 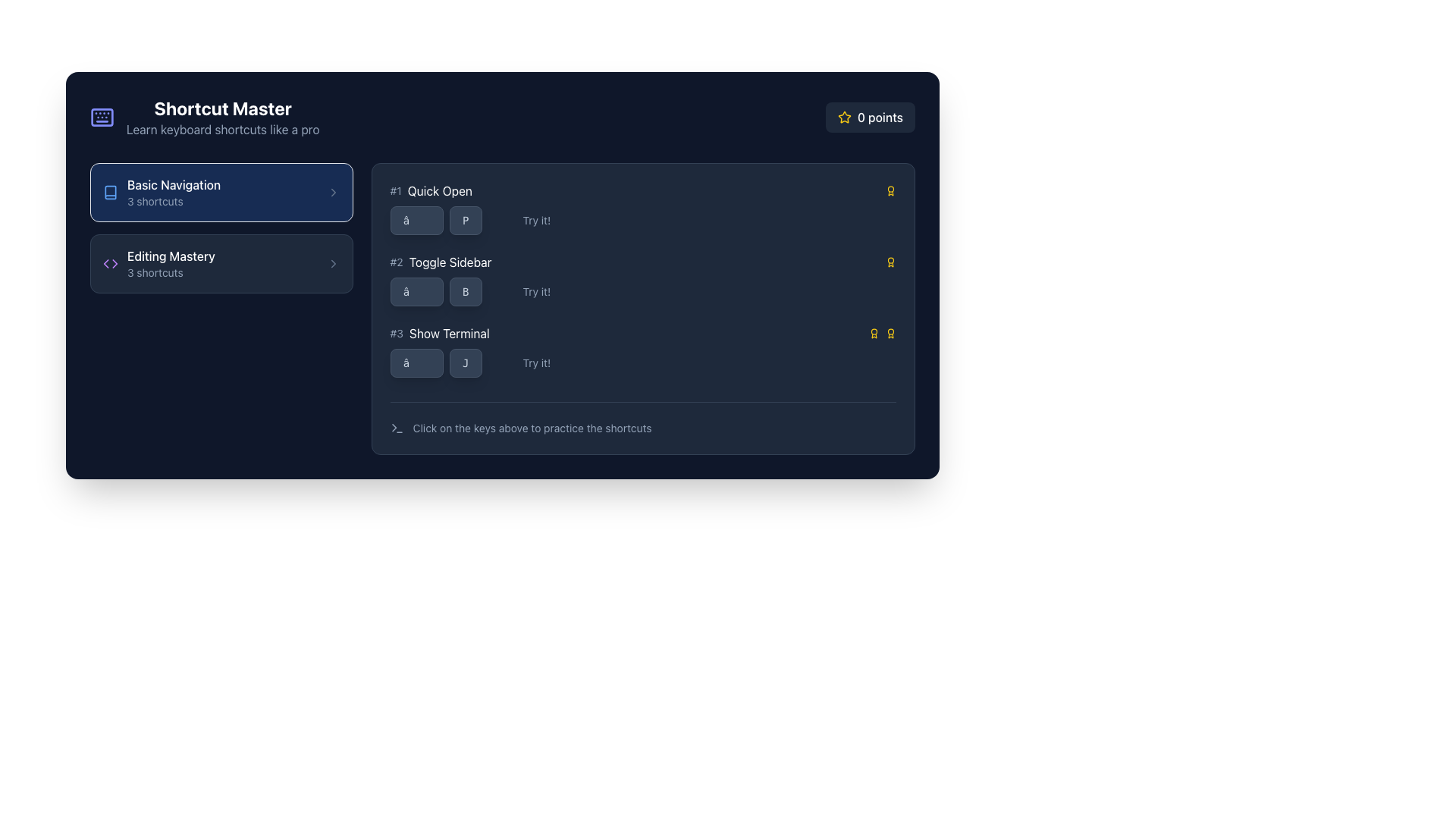 I want to click on the decorative icon located to the left of the 'Shortcut Master' text in the header section, so click(x=101, y=116).